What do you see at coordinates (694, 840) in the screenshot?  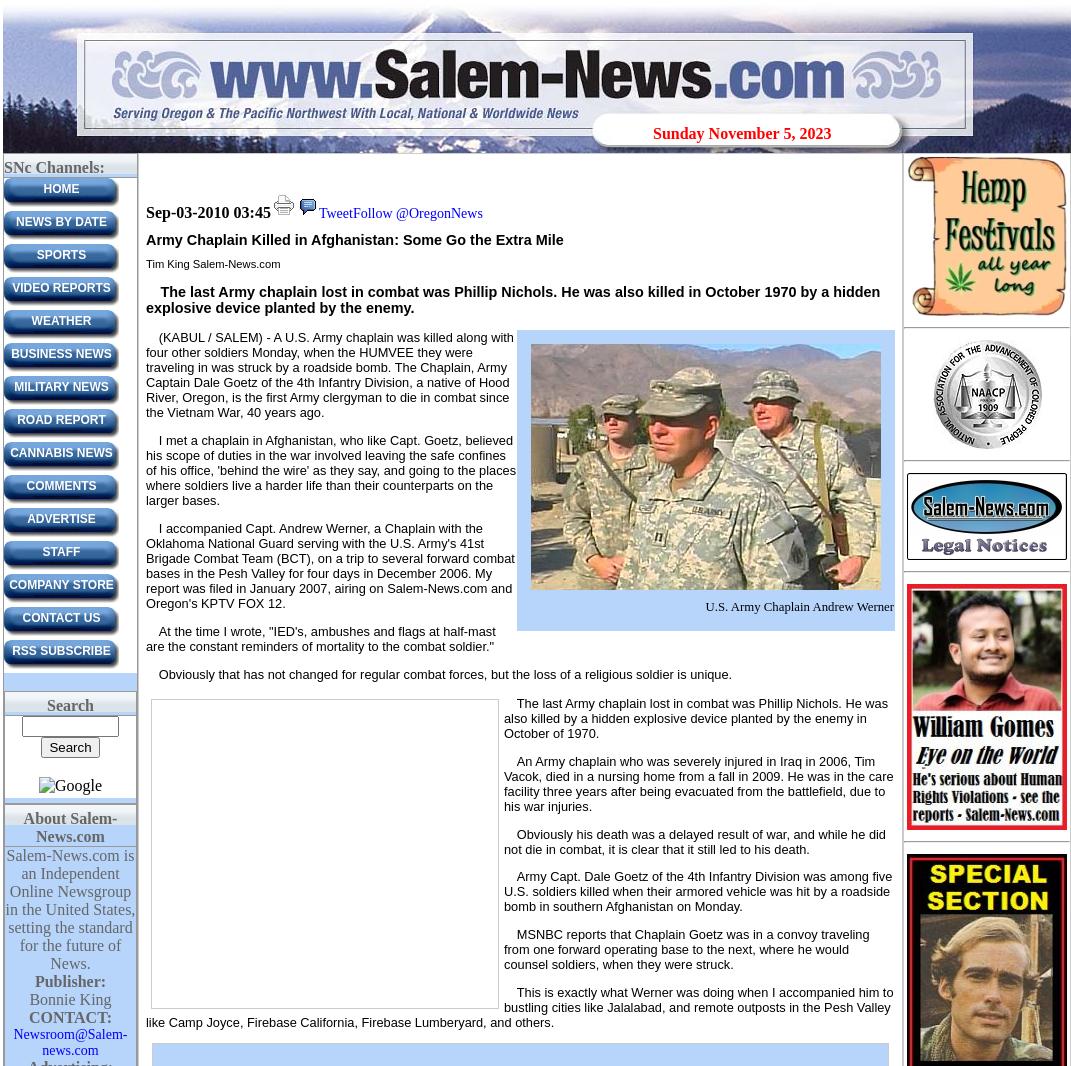 I see `'Obviously his death was a delayed result of war, and while he did not die in combat, it is clear that it still led to his death.'` at bounding box center [694, 840].